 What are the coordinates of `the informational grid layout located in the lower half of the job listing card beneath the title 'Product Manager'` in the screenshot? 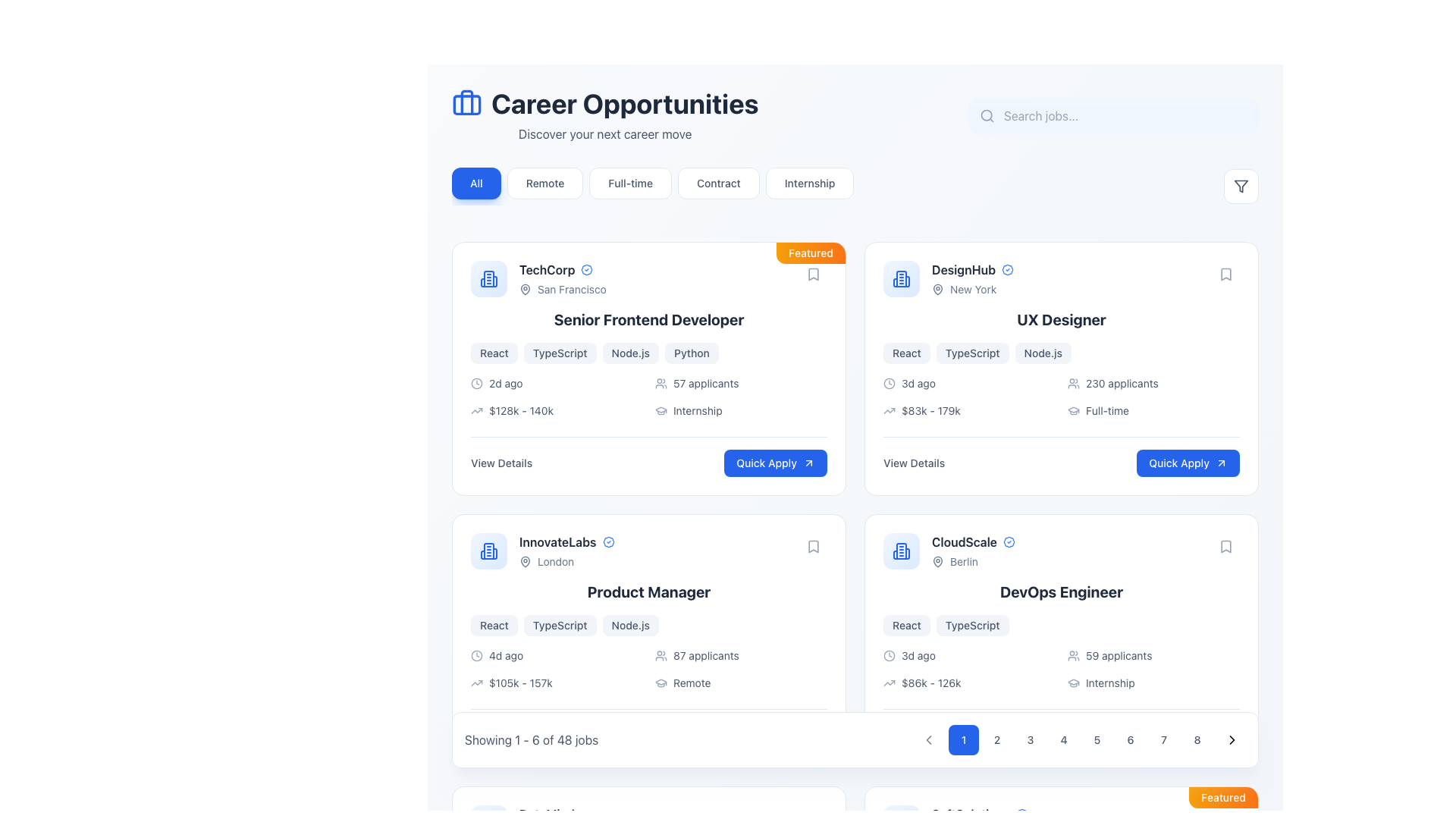 It's located at (648, 669).